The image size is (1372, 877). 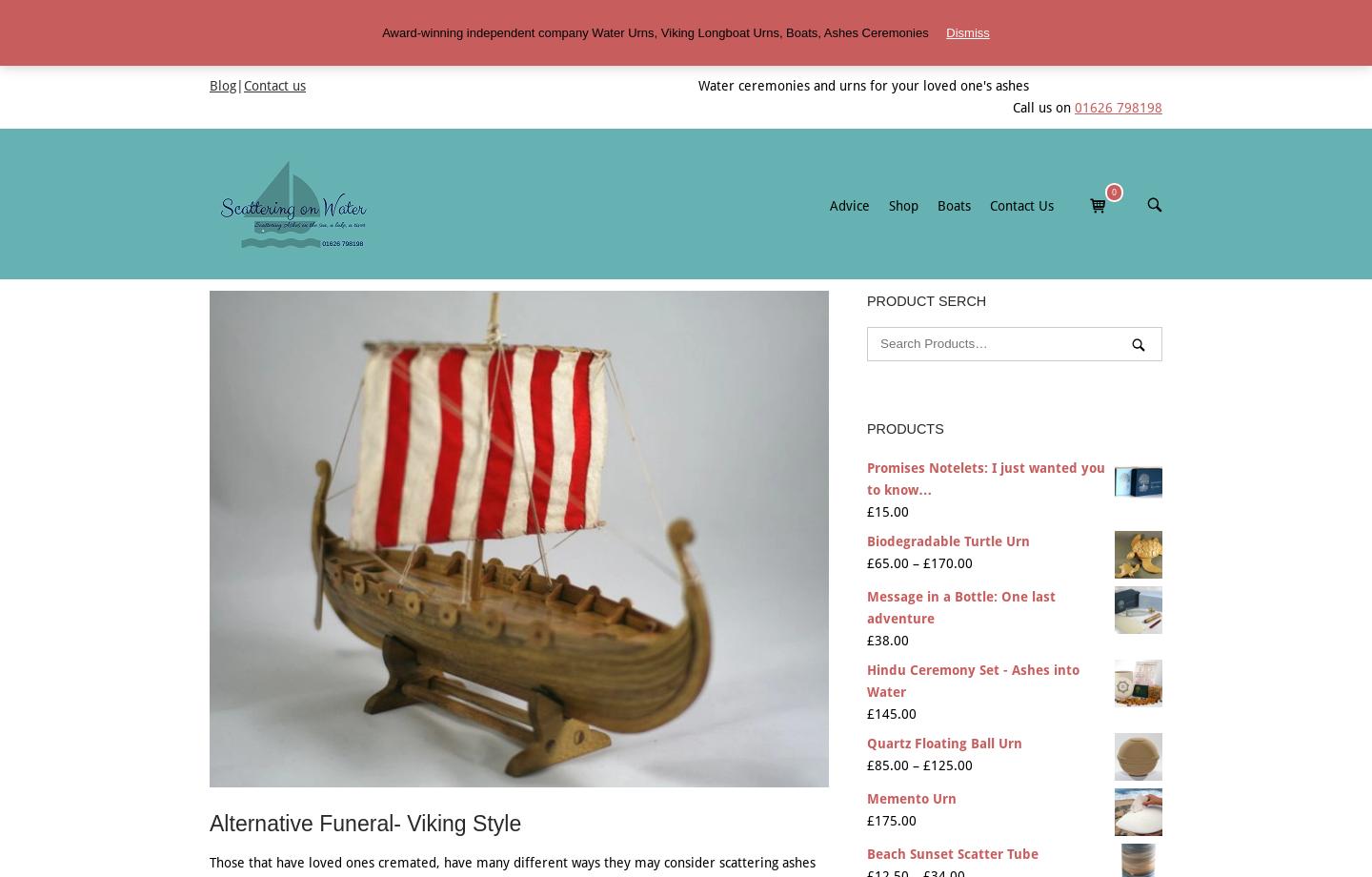 What do you see at coordinates (984, 231) in the screenshot?
I see `'About Us'` at bounding box center [984, 231].